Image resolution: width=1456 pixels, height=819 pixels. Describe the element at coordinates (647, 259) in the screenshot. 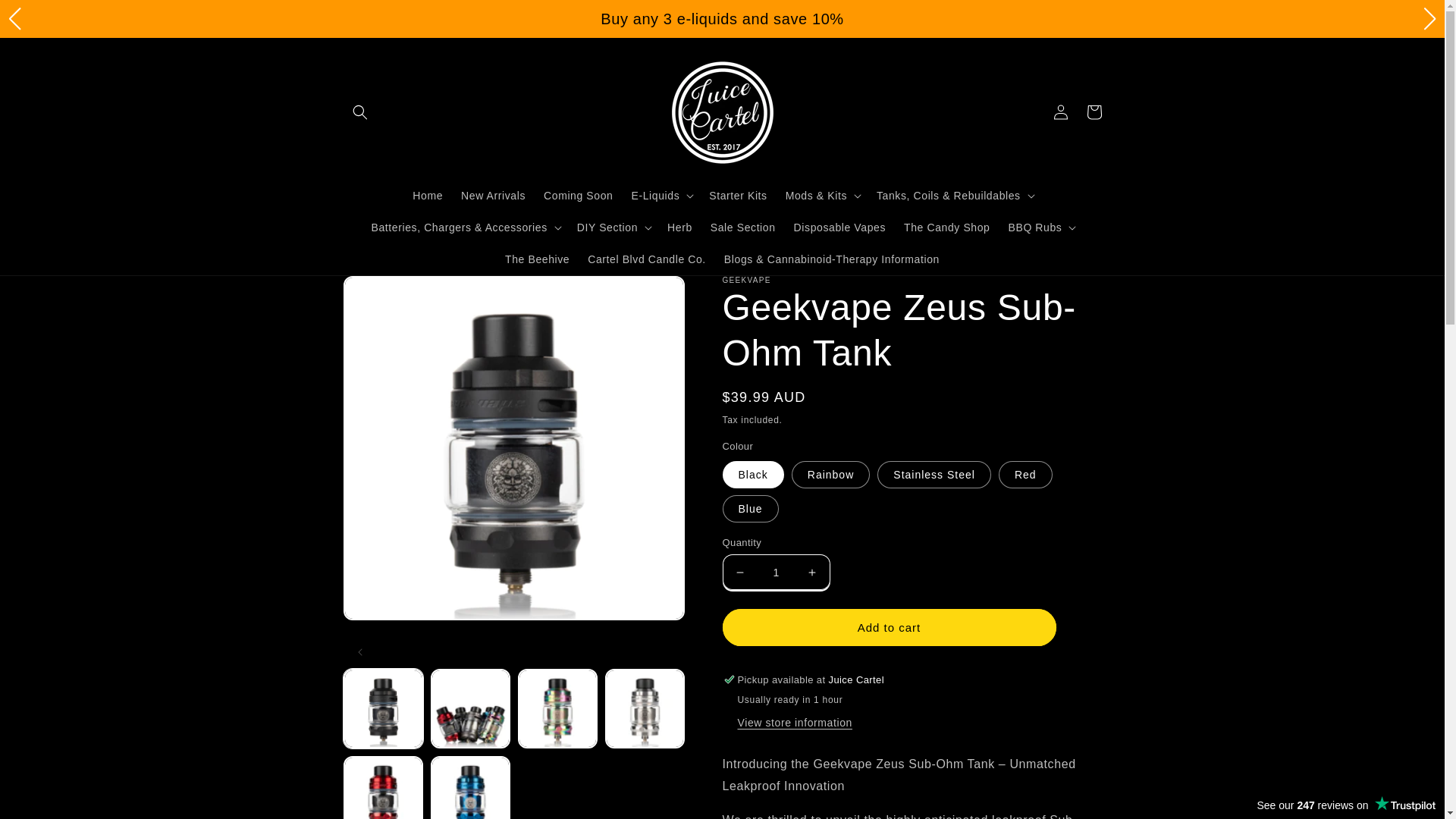

I see `'Cartel Blvd Candle Co.'` at that location.